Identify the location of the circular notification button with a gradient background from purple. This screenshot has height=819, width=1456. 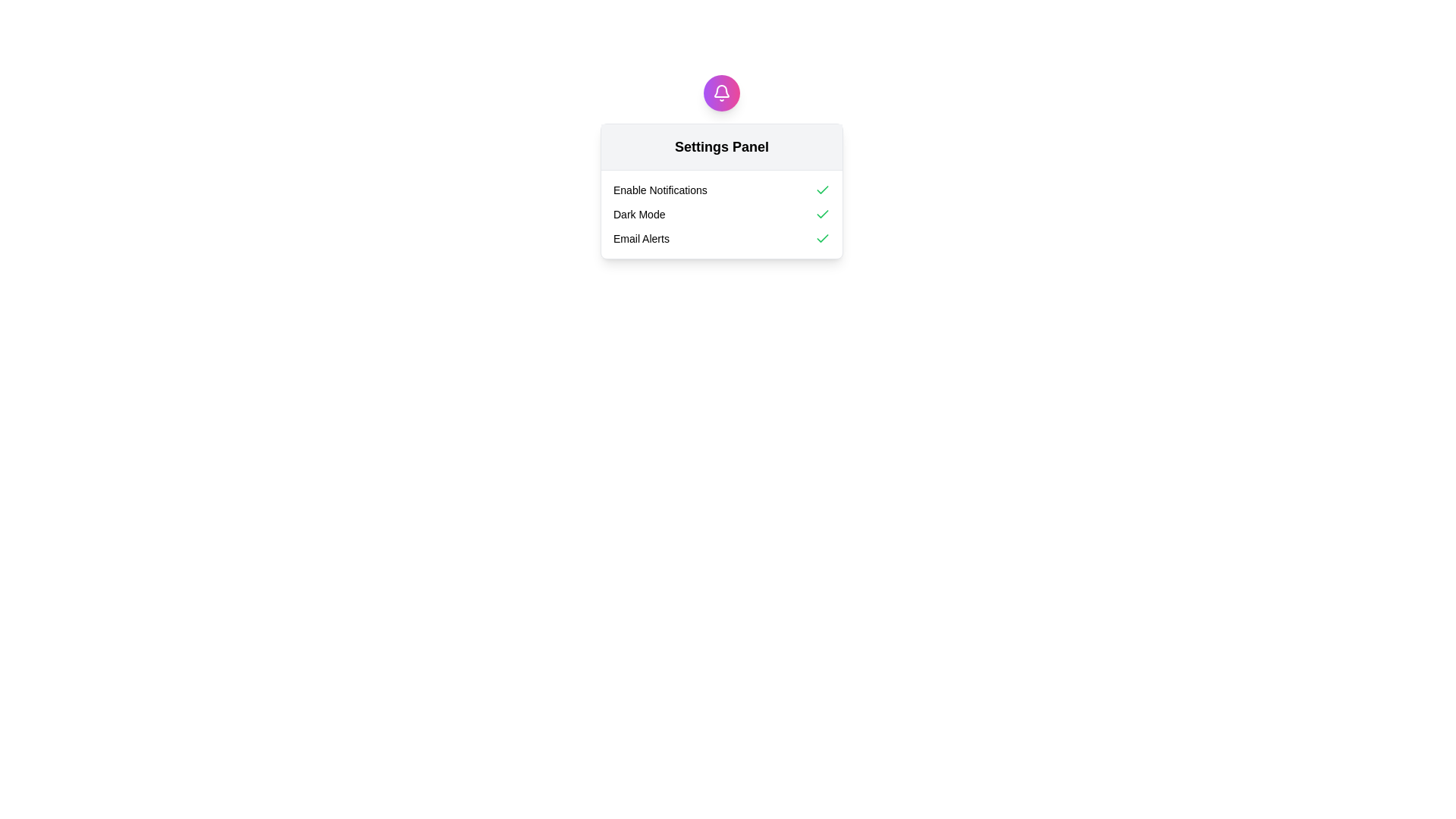
(720, 93).